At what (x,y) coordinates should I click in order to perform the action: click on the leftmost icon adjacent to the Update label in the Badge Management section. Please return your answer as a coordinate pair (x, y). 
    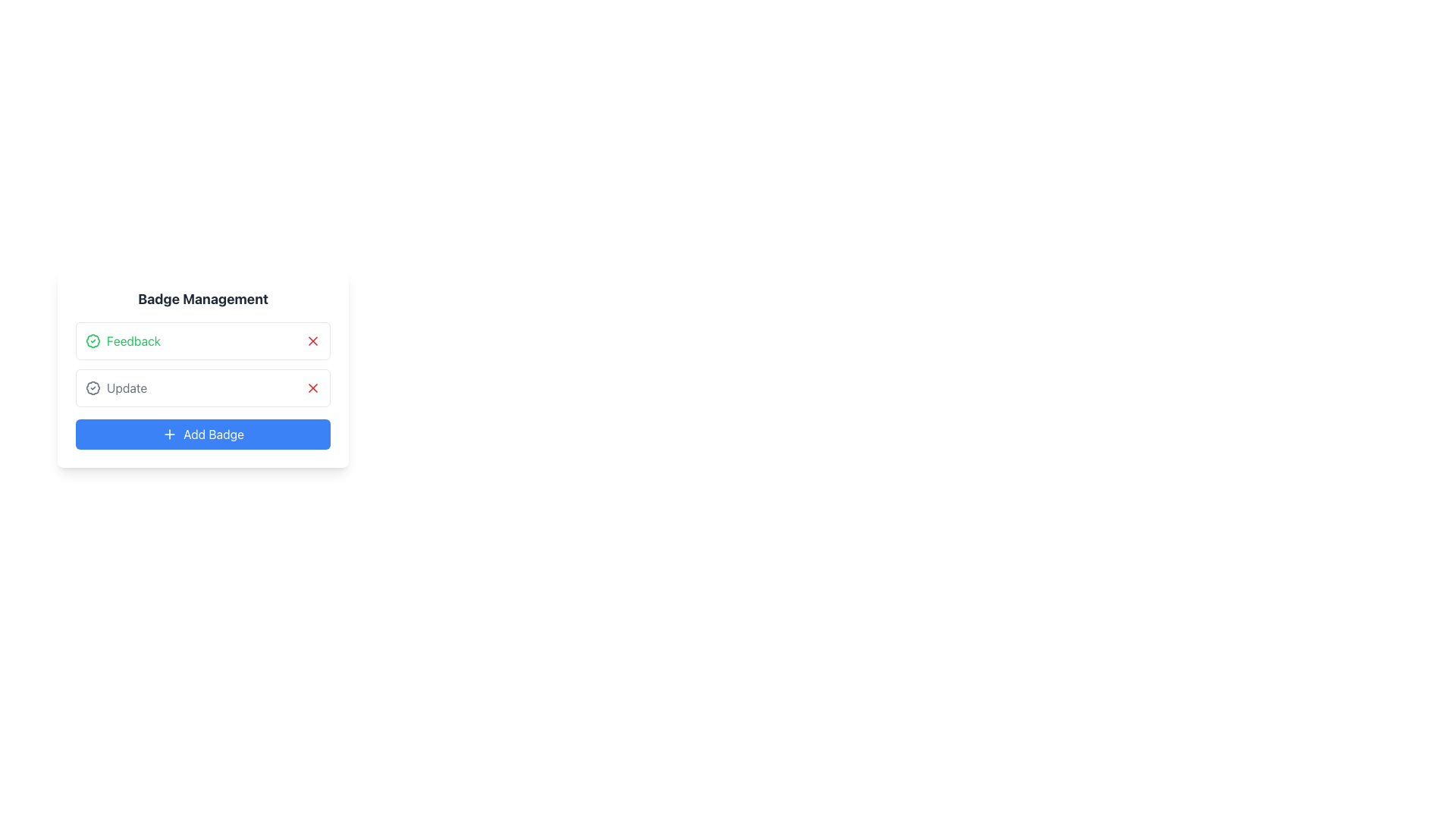
    Looking at the image, I should click on (93, 388).